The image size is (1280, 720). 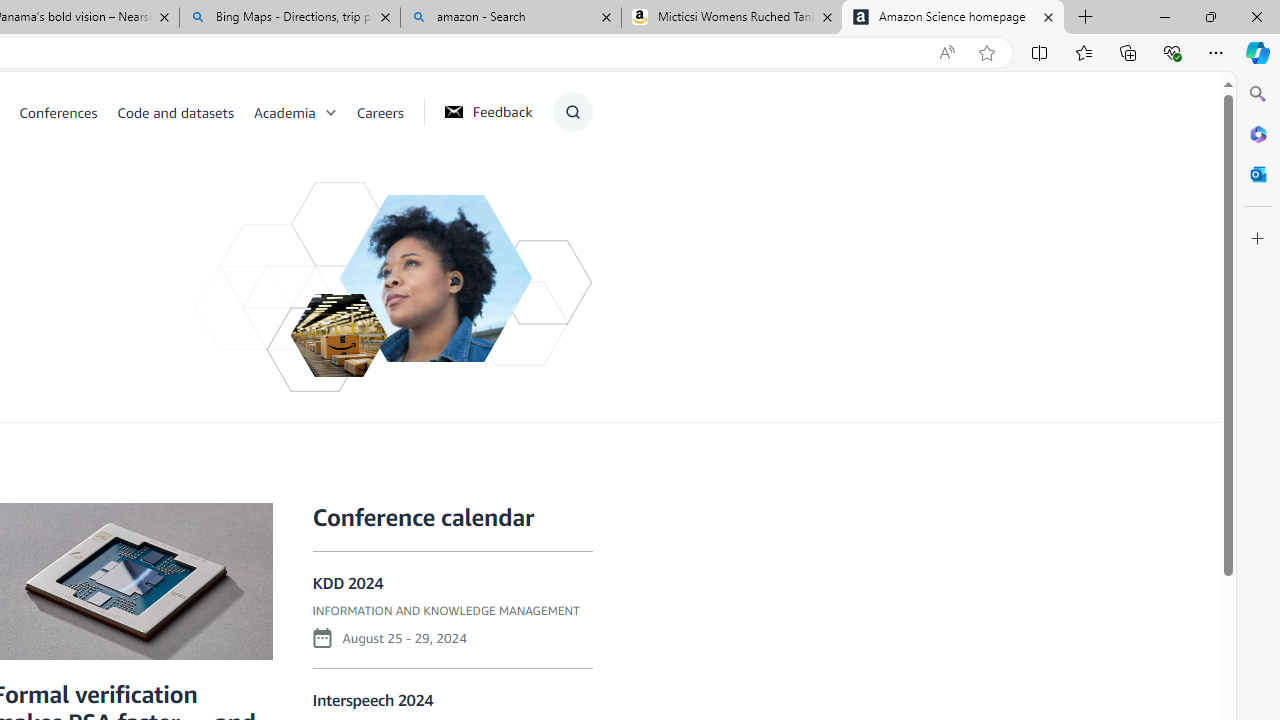 What do you see at coordinates (330, 111) in the screenshot?
I see `'Open Sub Navigation'` at bounding box center [330, 111].